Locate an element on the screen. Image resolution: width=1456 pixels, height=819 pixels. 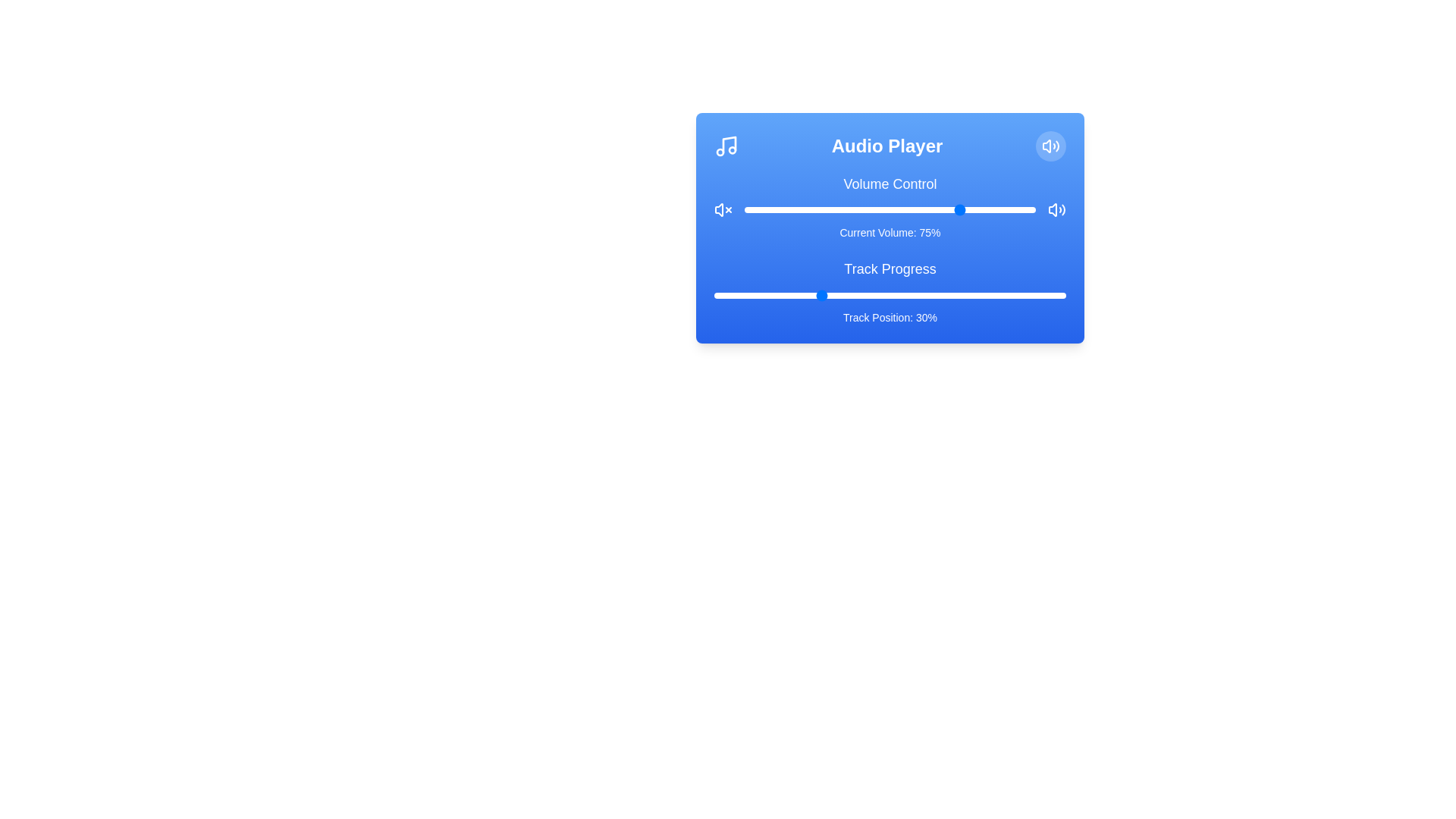
the track position is located at coordinates (723, 295).